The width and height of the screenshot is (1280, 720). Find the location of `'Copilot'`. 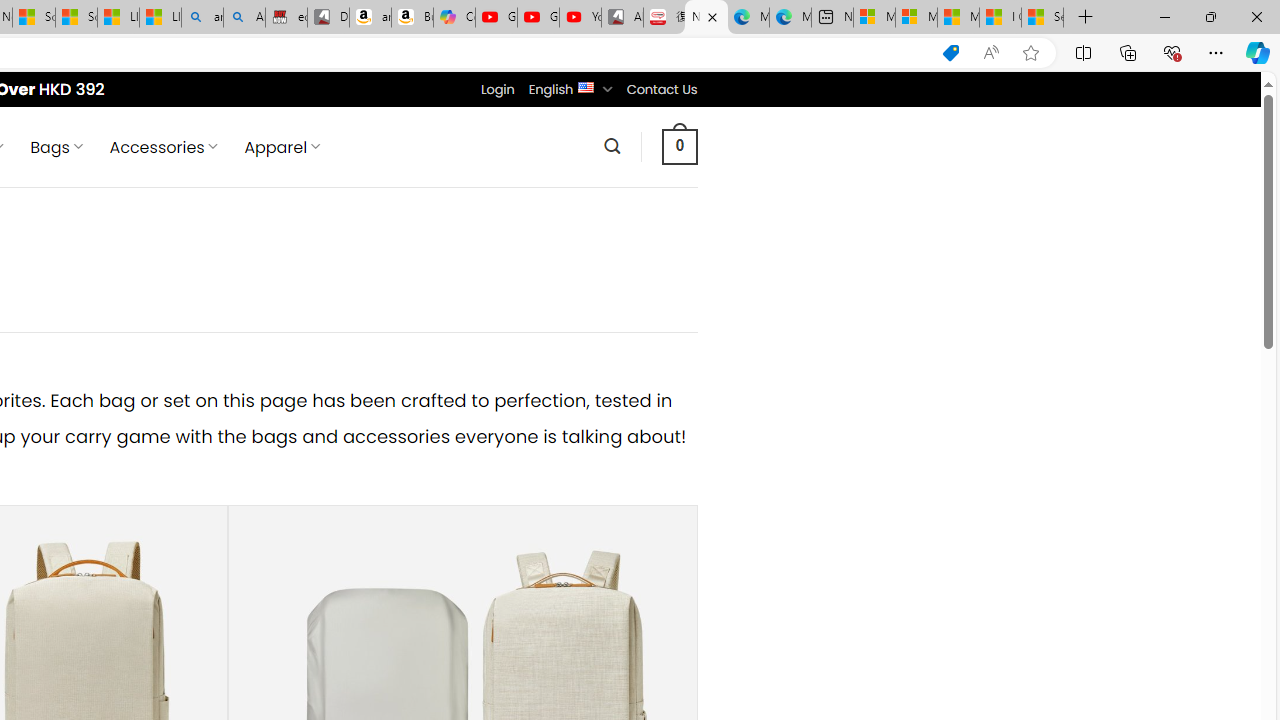

'Copilot' is located at coordinates (453, 17).